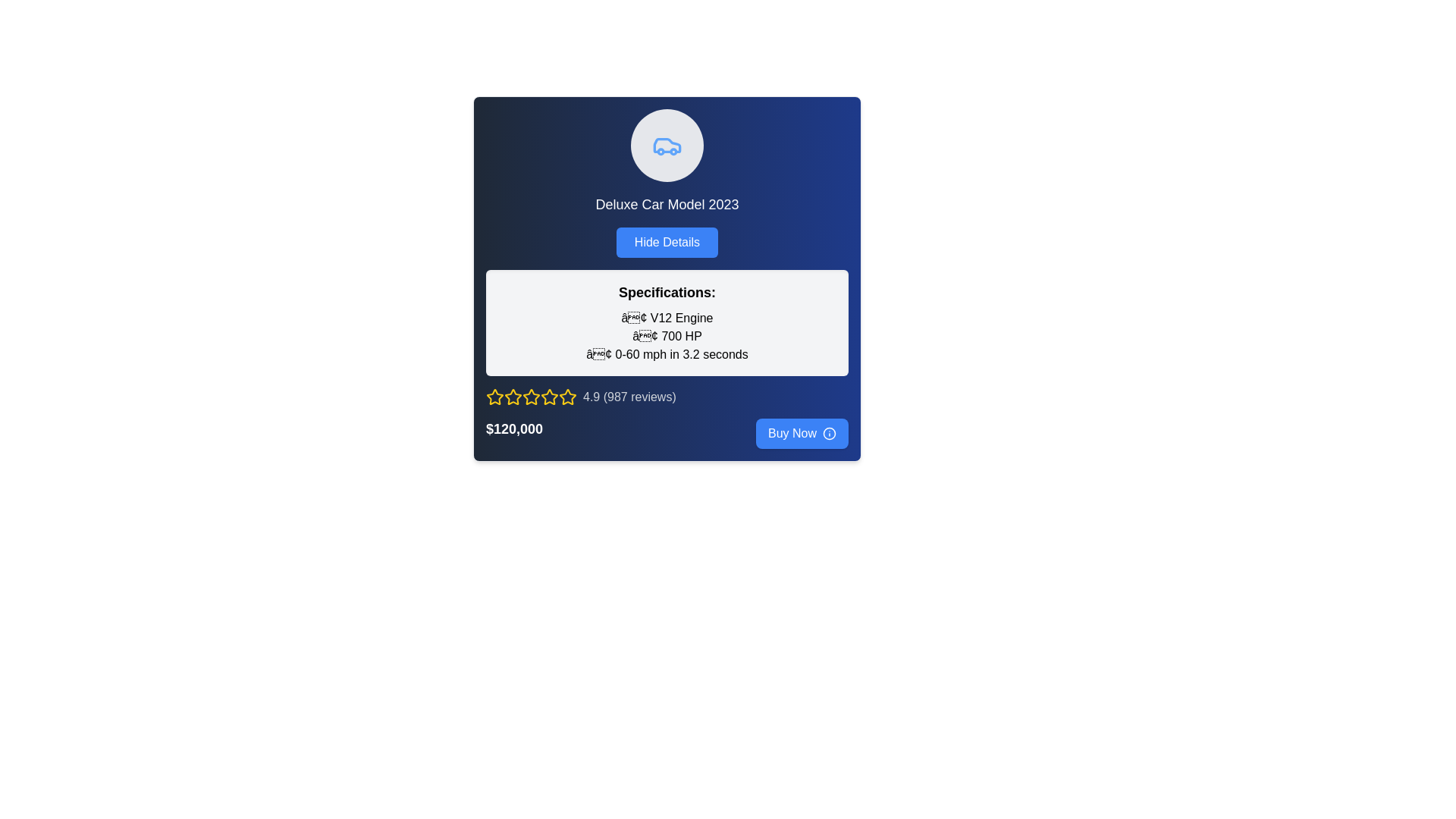 This screenshot has height=819, width=1456. What do you see at coordinates (513, 397) in the screenshot?
I see `the third star icon in the row of five stars, which represents a rating feature, located slightly below the center of the card component` at bounding box center [513, 397].